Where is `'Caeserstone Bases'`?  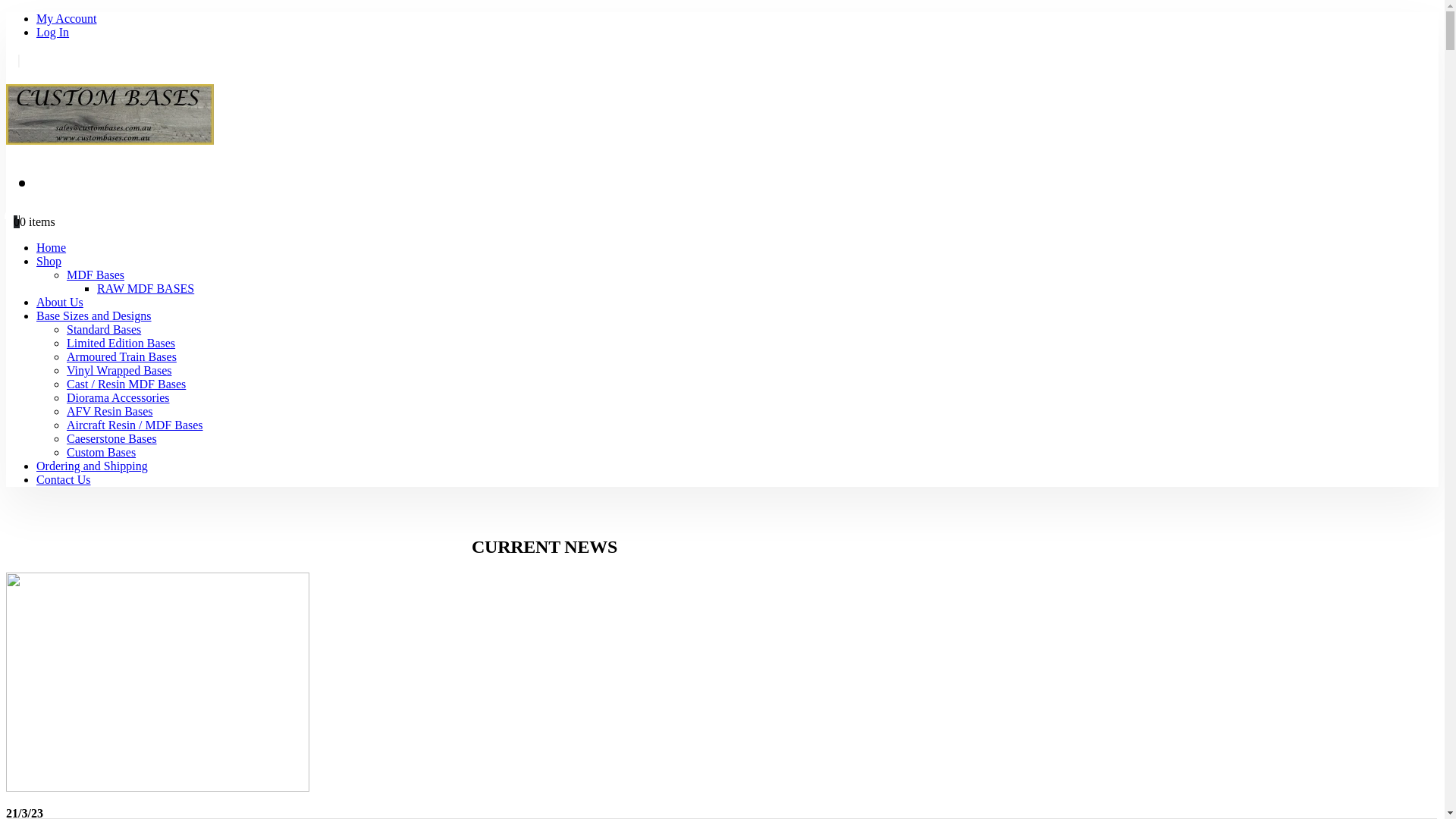 'Caeserstone Bases' is located at coordinates (65, 438).